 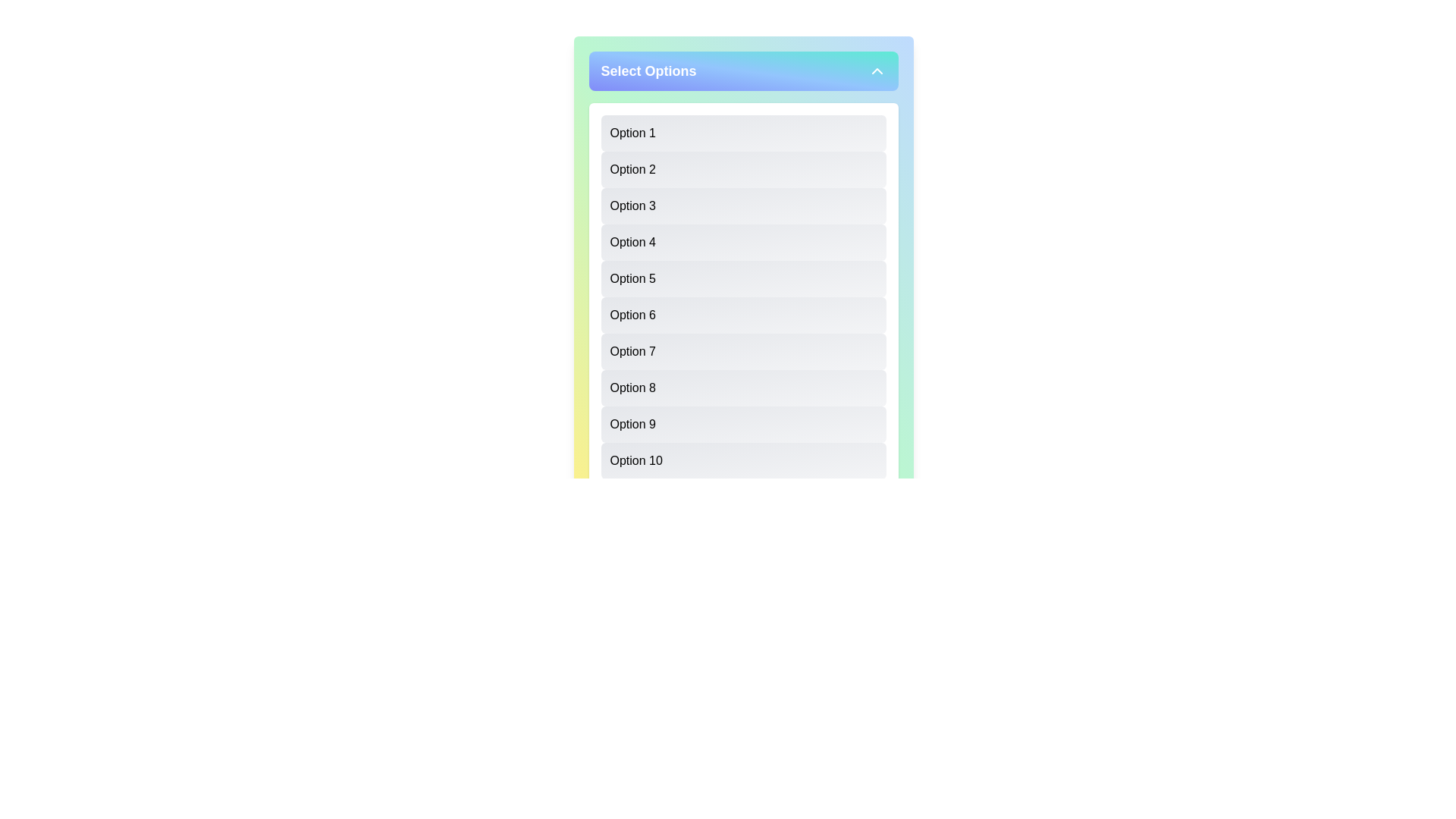 What do you see at coordinates (632, 388) in the screenshot?
I see `the eighth option in the vertically stacked menu` at bounding box center [632, 388].